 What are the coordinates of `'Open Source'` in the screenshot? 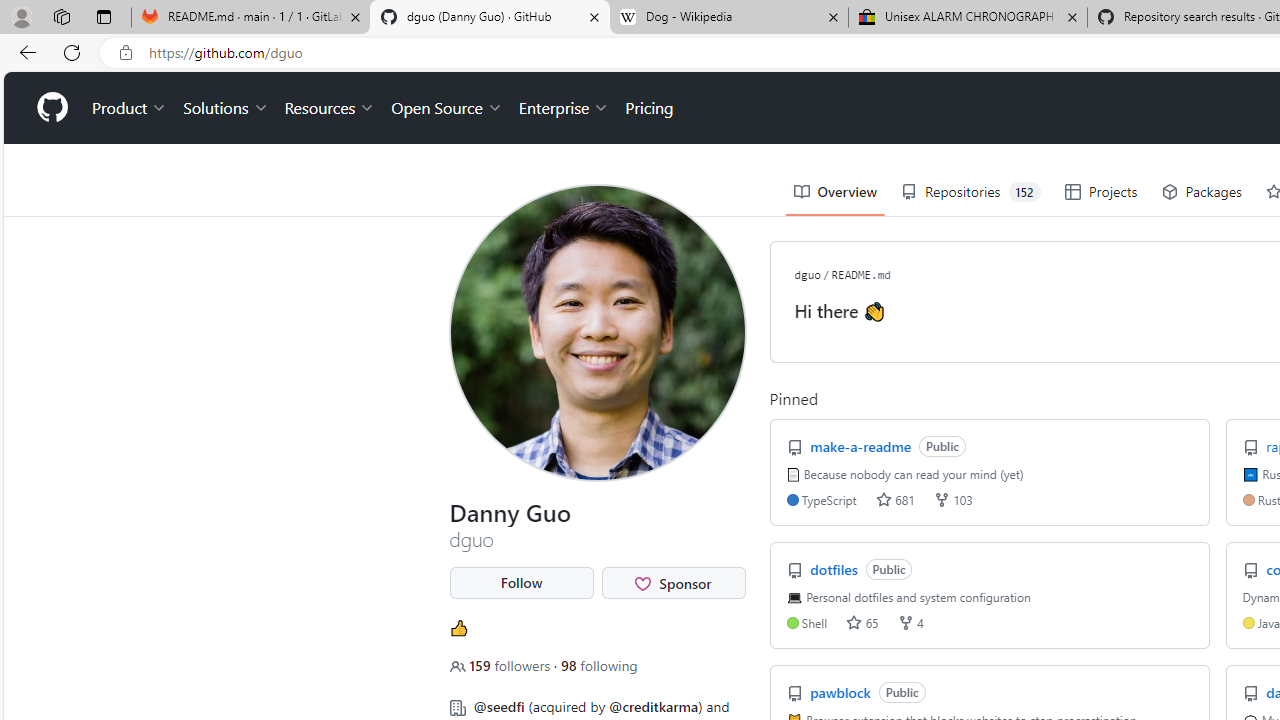 It's located at (445, 108).